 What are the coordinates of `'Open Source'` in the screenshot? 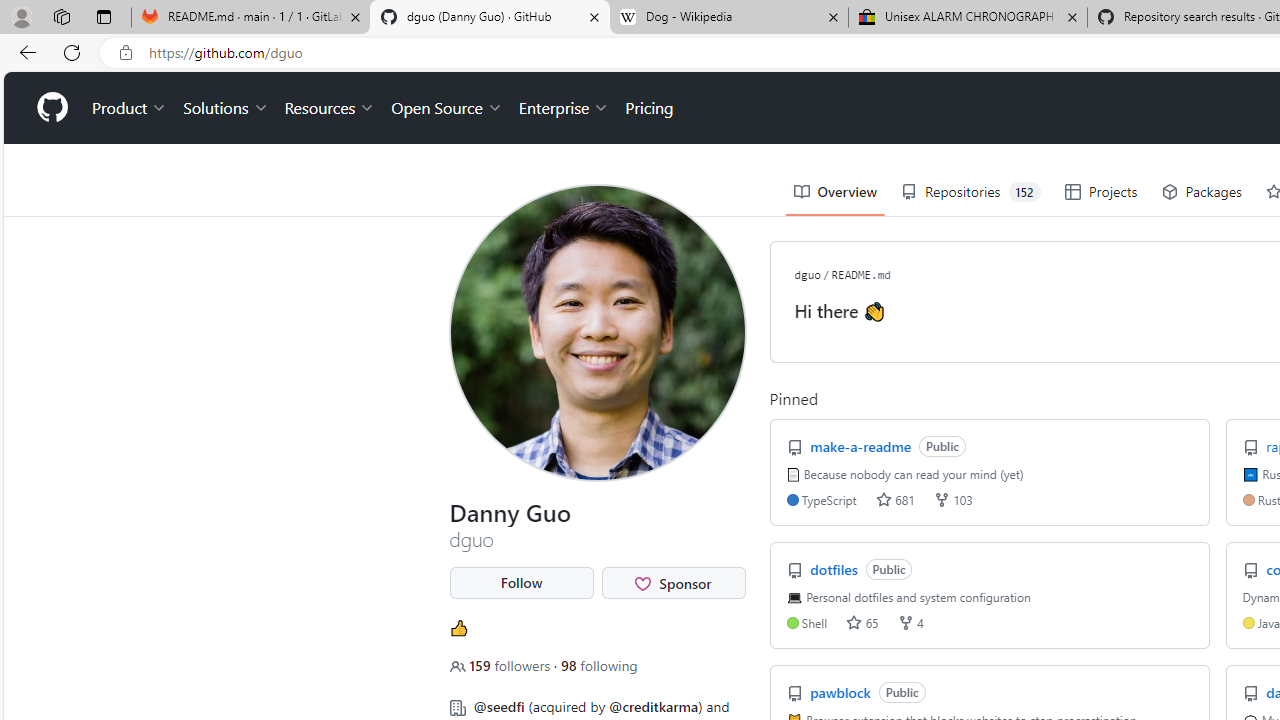 It's located at (445, 108).